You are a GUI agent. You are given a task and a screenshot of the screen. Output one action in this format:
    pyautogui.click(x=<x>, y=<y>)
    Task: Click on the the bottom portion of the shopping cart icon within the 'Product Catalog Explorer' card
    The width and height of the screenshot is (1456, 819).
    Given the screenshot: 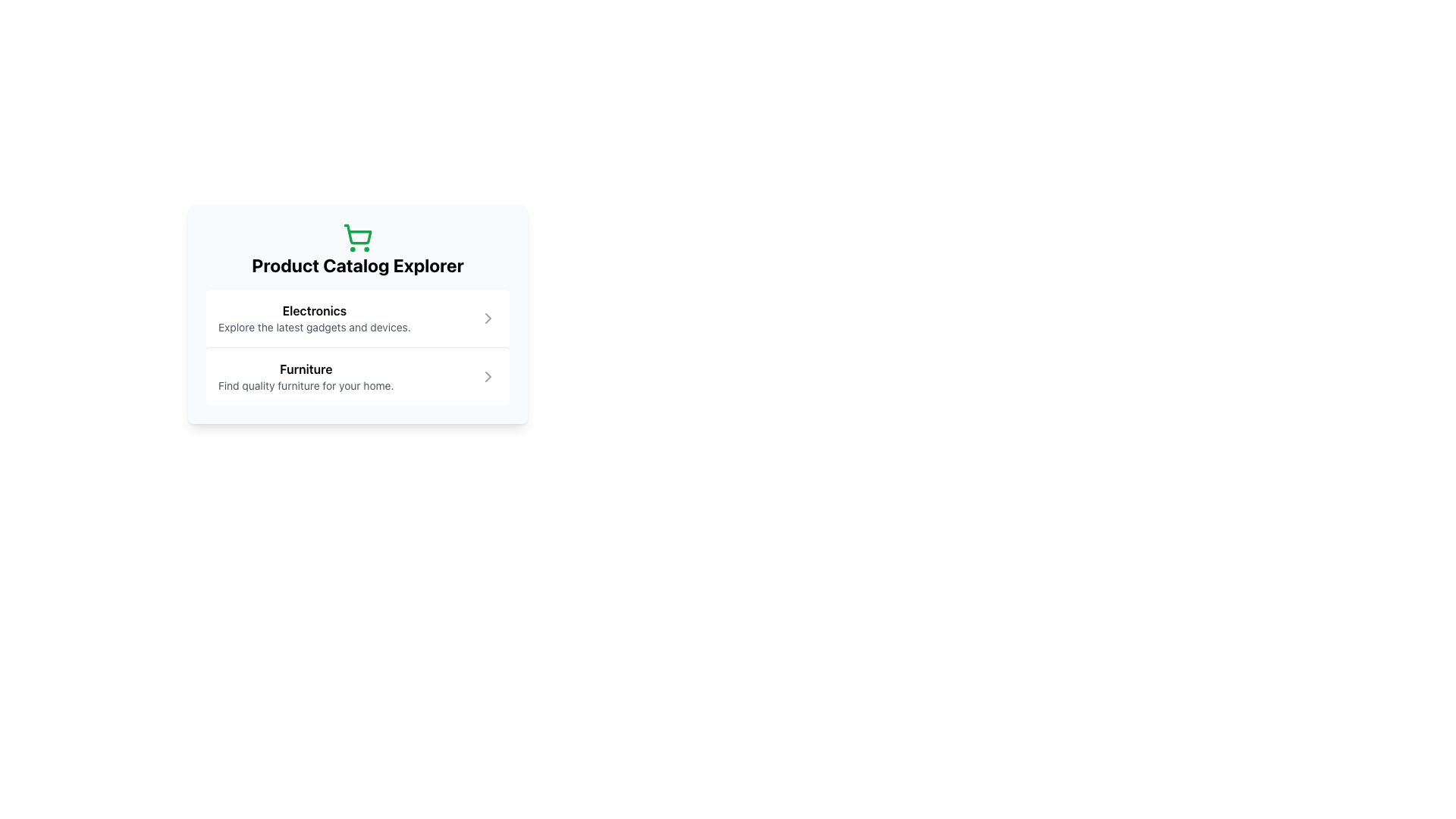 What is the action you would take?
    pyautogui.click(x=357, y=234)
    